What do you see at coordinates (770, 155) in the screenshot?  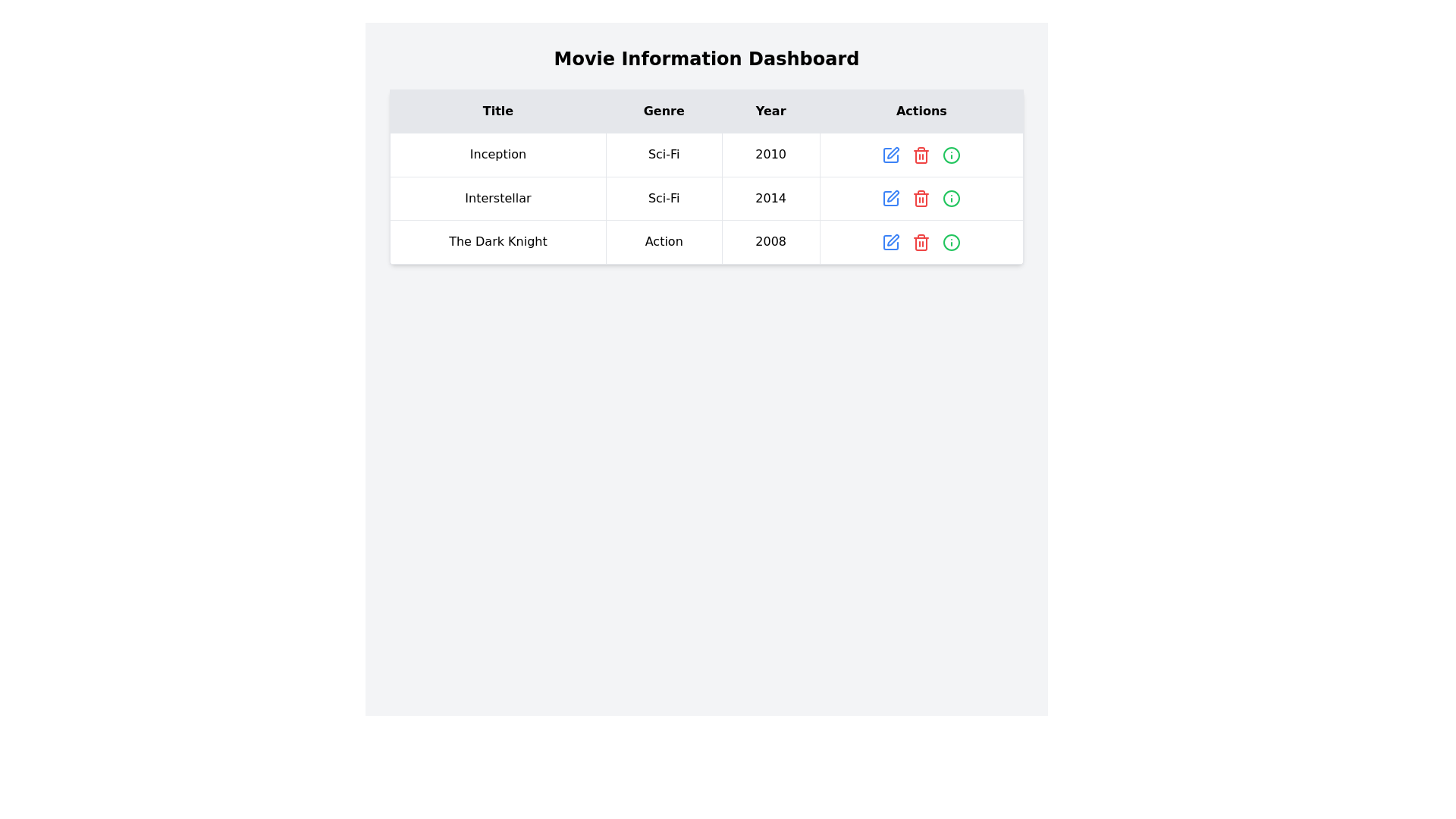 I see `the static text element displaying '2010' in black font, located in the 'Year' column of the movie table for 'Inception'` at bounding box center [770, 155].